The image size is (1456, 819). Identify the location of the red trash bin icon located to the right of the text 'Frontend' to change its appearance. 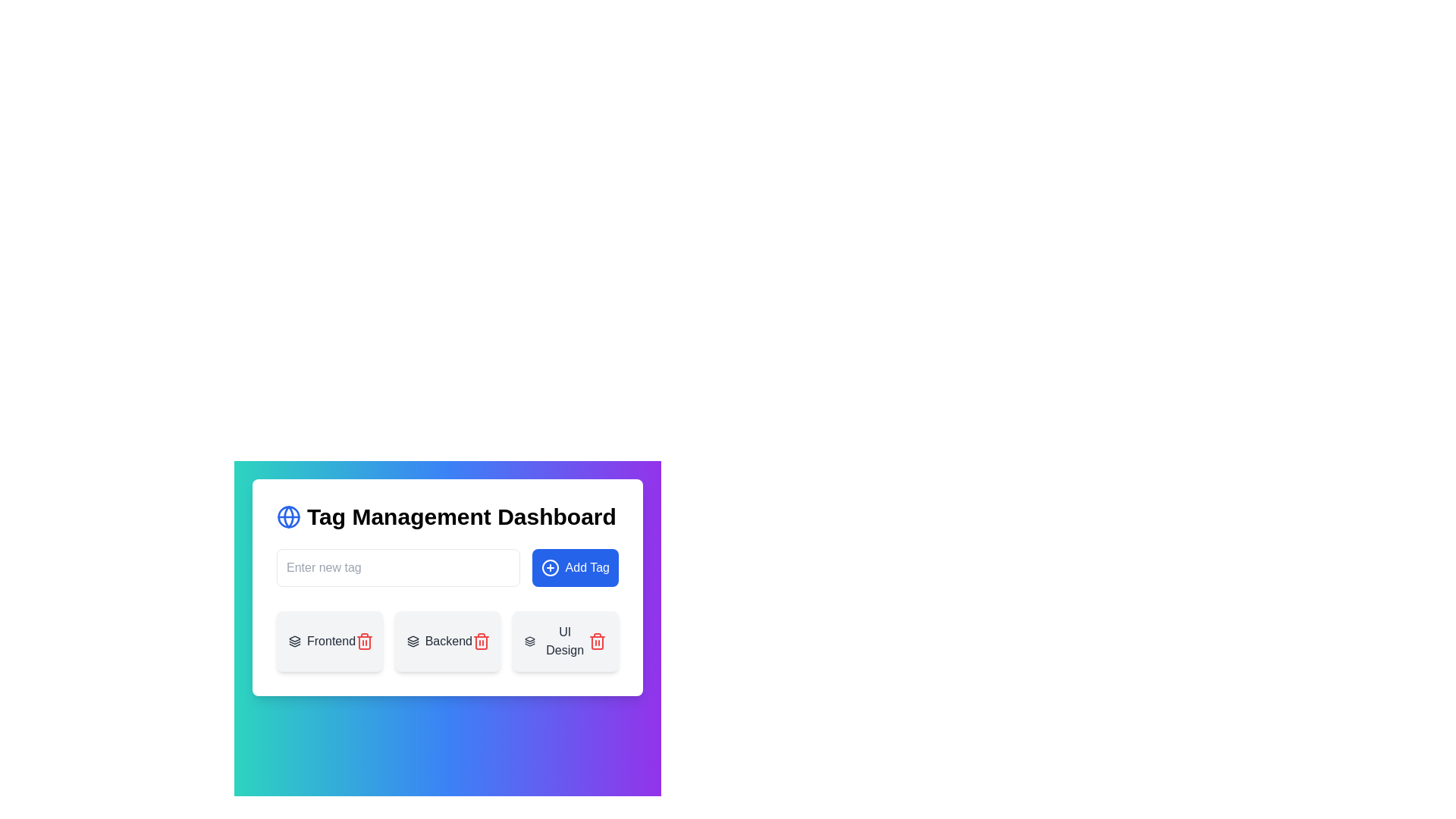
(364, 641).